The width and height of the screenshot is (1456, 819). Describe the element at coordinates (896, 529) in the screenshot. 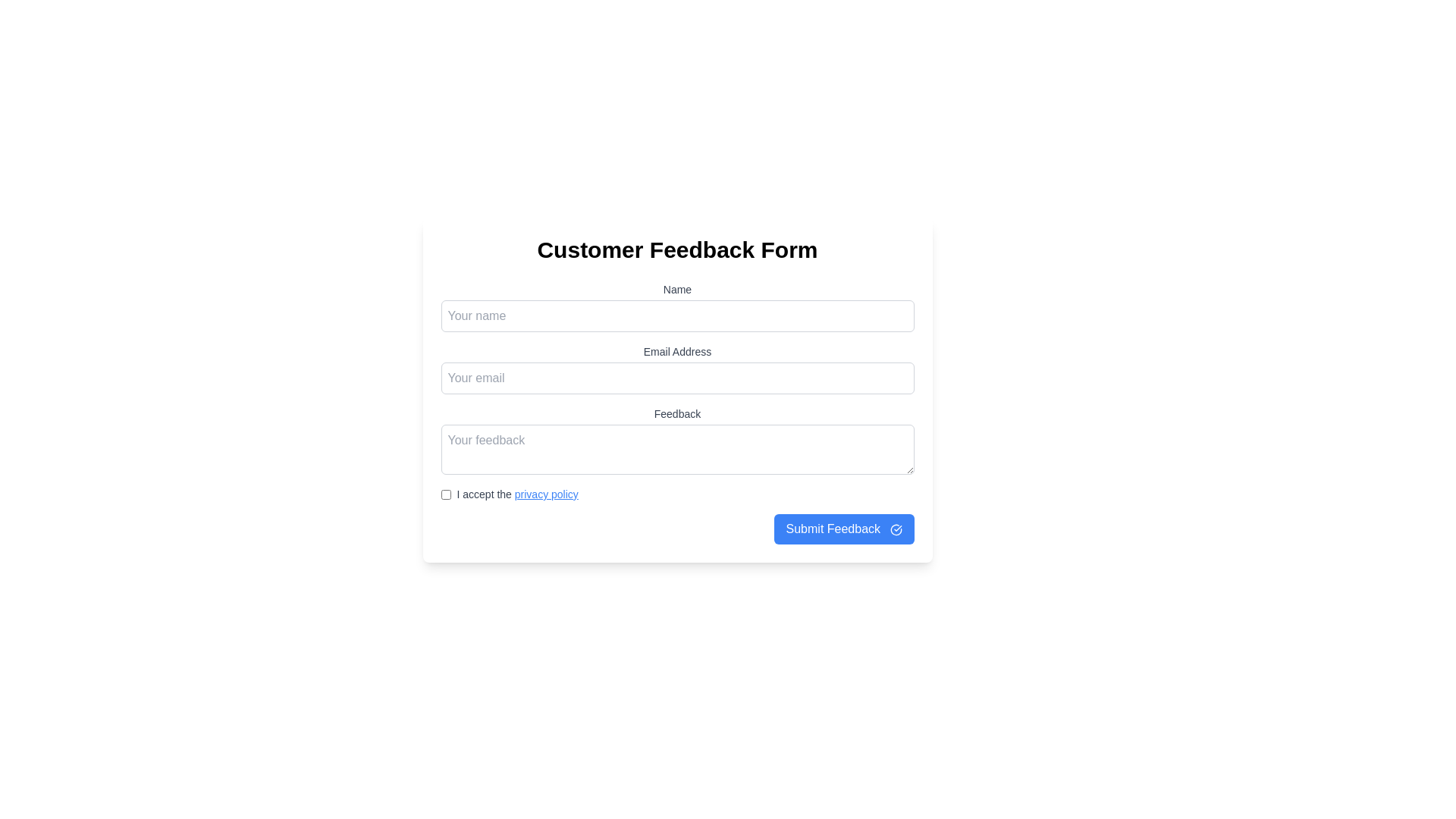

I see `the circular blue icon with a checkmark inside, located on the right edge of the 'Submit Feedback' button` at that location.